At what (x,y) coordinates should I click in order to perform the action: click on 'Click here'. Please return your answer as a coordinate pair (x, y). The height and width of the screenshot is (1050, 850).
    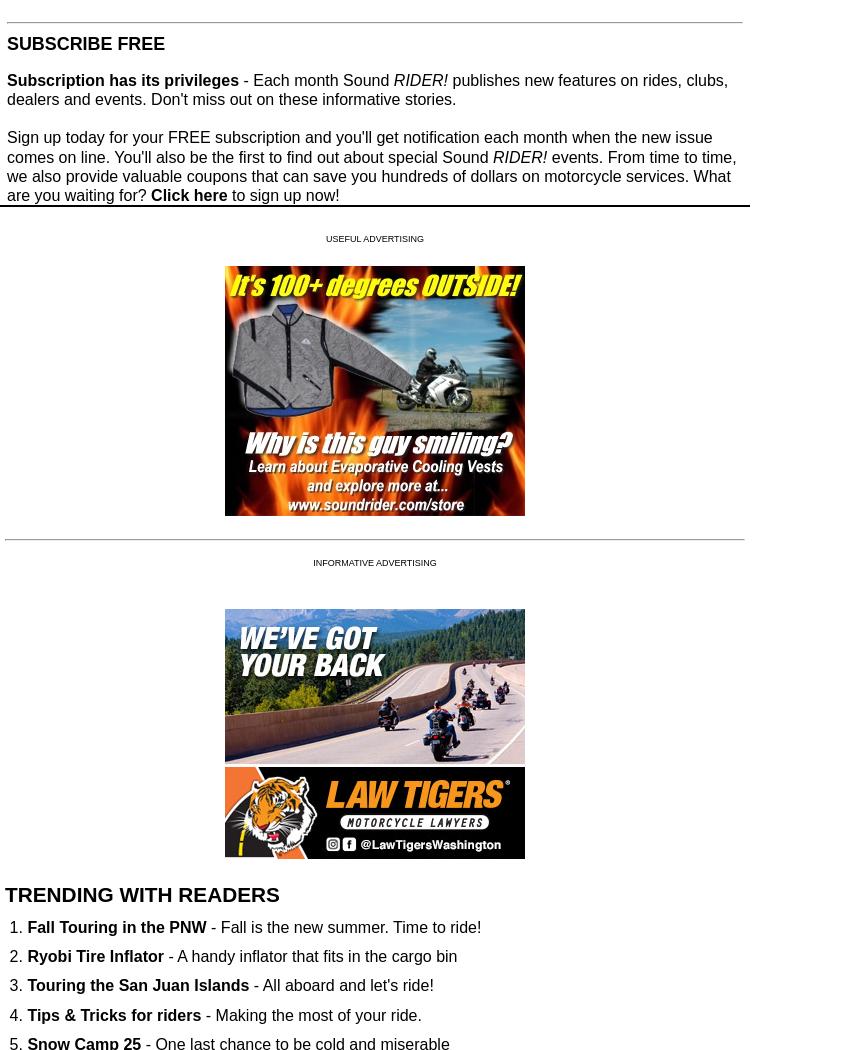
    Looking at the image, I should click on (150, 193).